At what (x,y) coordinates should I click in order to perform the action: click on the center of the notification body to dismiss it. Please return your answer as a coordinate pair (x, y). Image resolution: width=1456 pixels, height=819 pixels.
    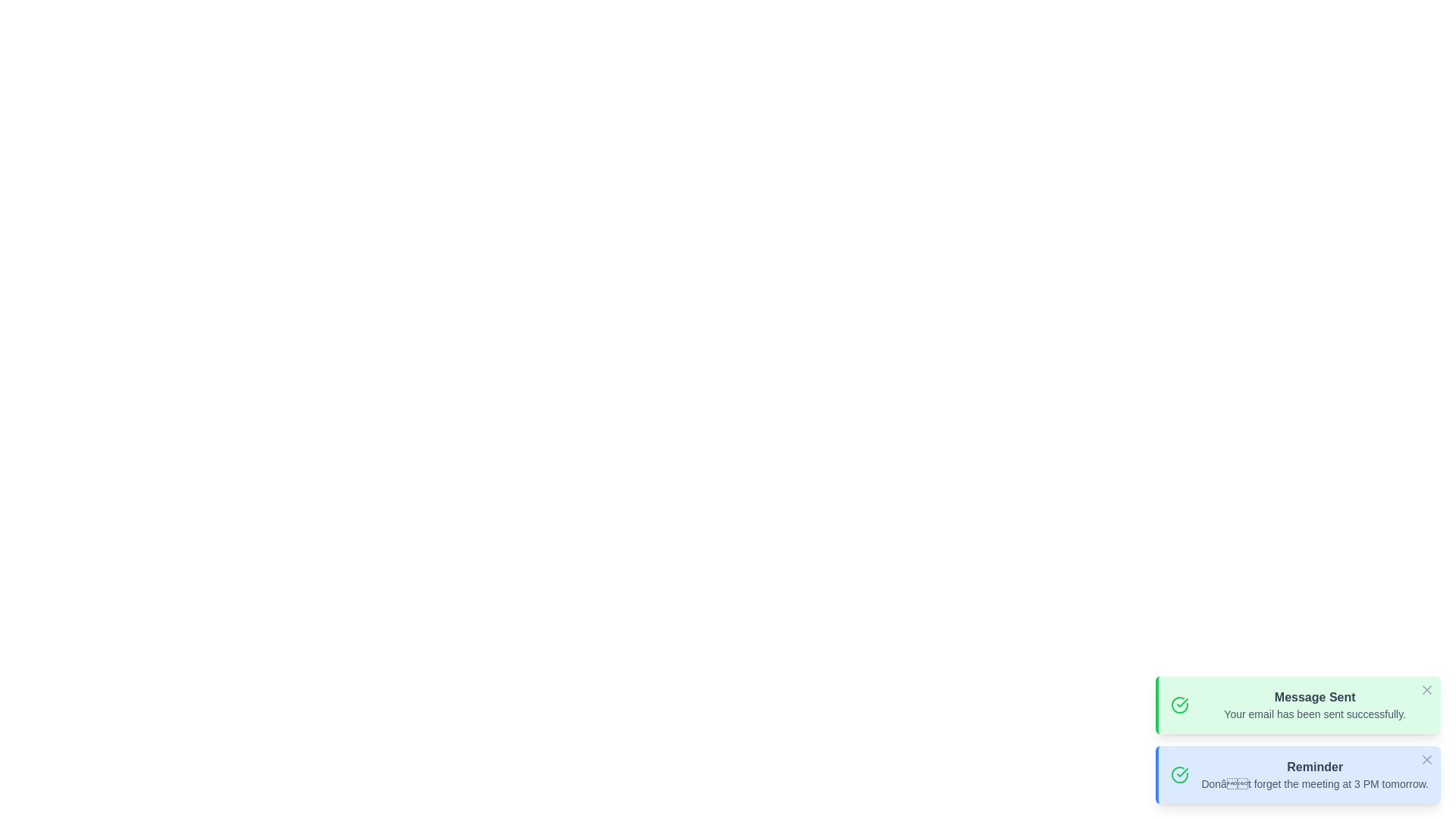
    Looking at the image, I should click on (1298, 704).